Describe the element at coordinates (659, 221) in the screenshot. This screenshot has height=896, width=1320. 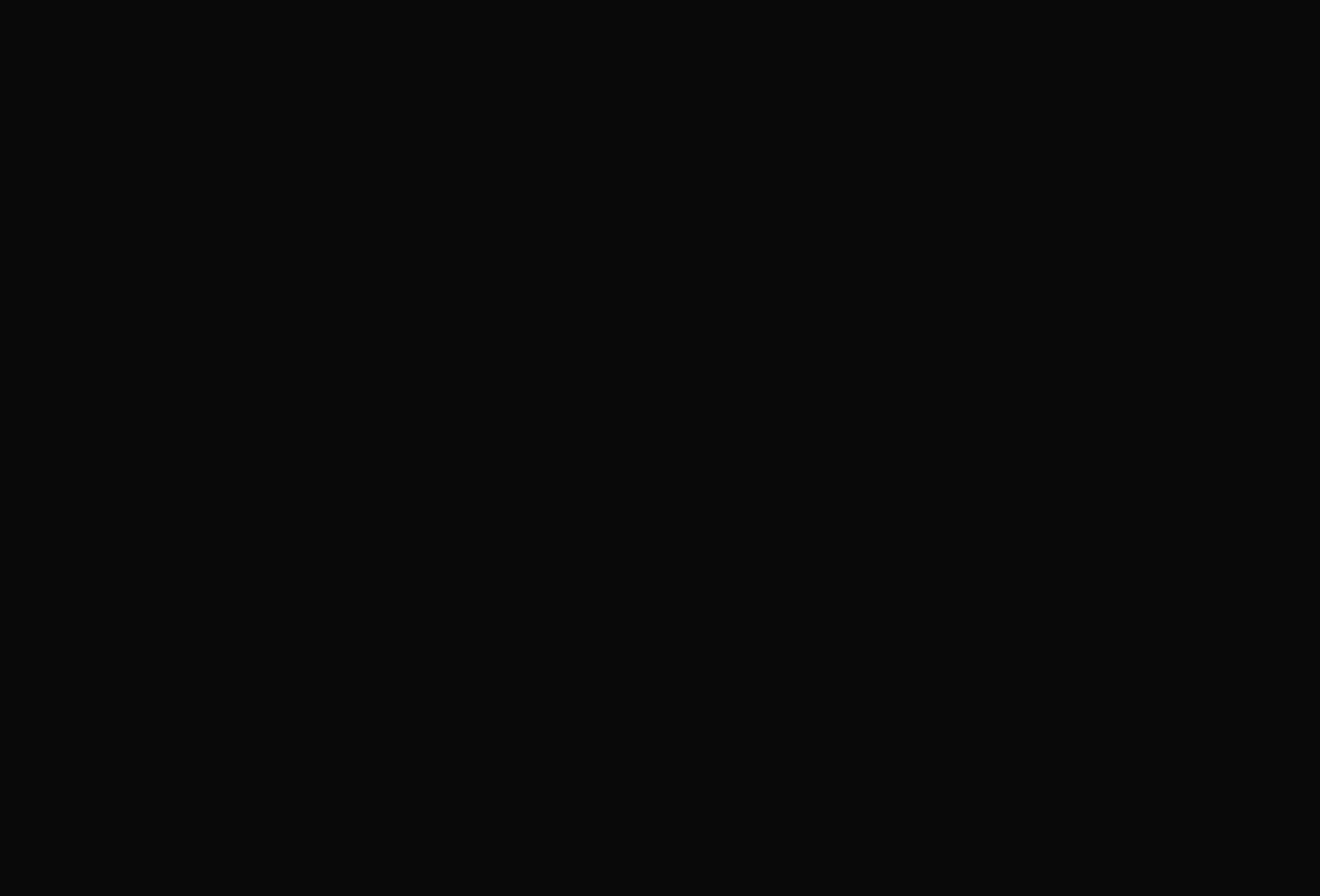
I see `'Your downtown danceteria since 1970'` at that location.